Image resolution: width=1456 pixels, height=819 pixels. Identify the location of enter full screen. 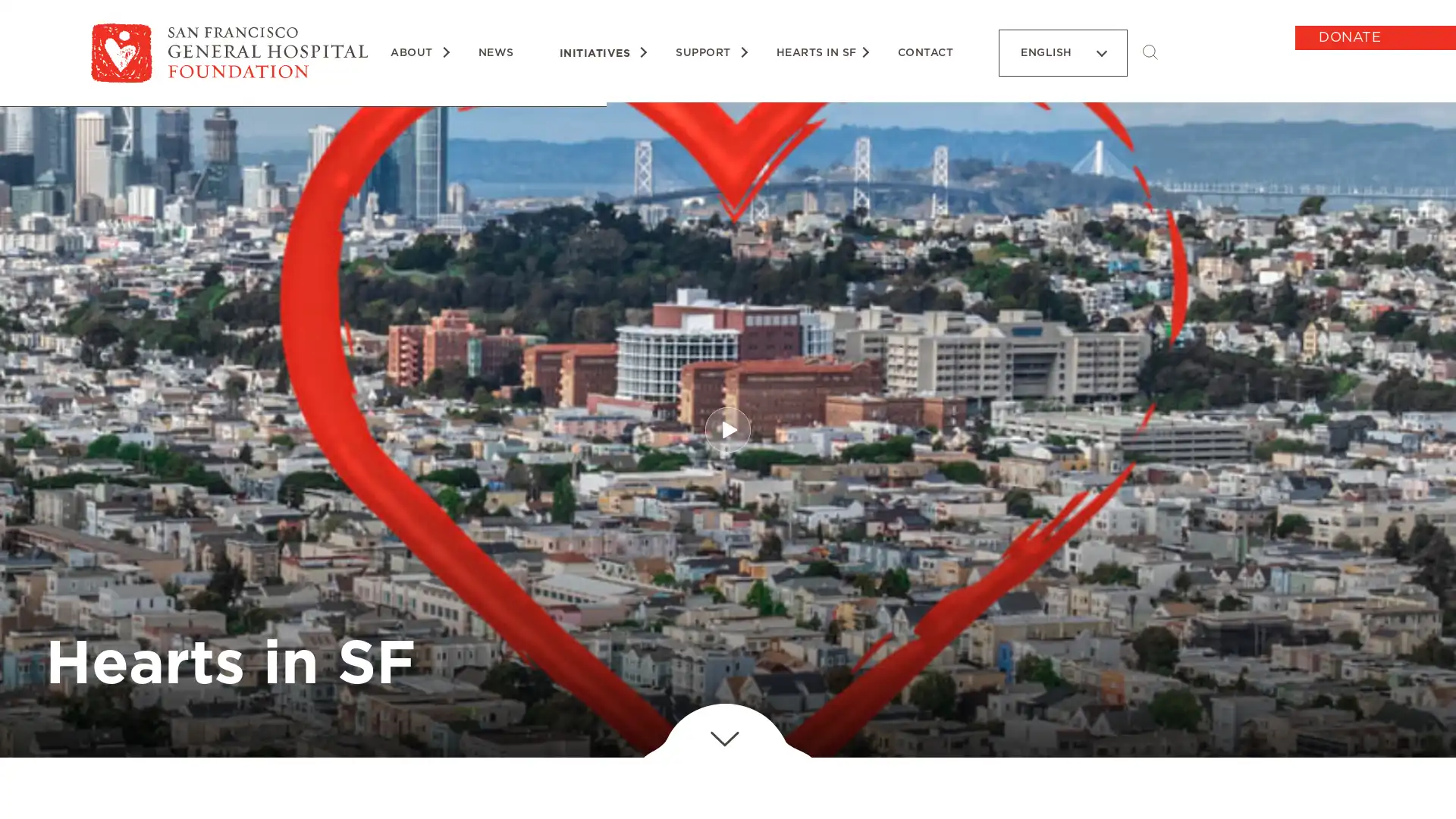
(1371, 714).